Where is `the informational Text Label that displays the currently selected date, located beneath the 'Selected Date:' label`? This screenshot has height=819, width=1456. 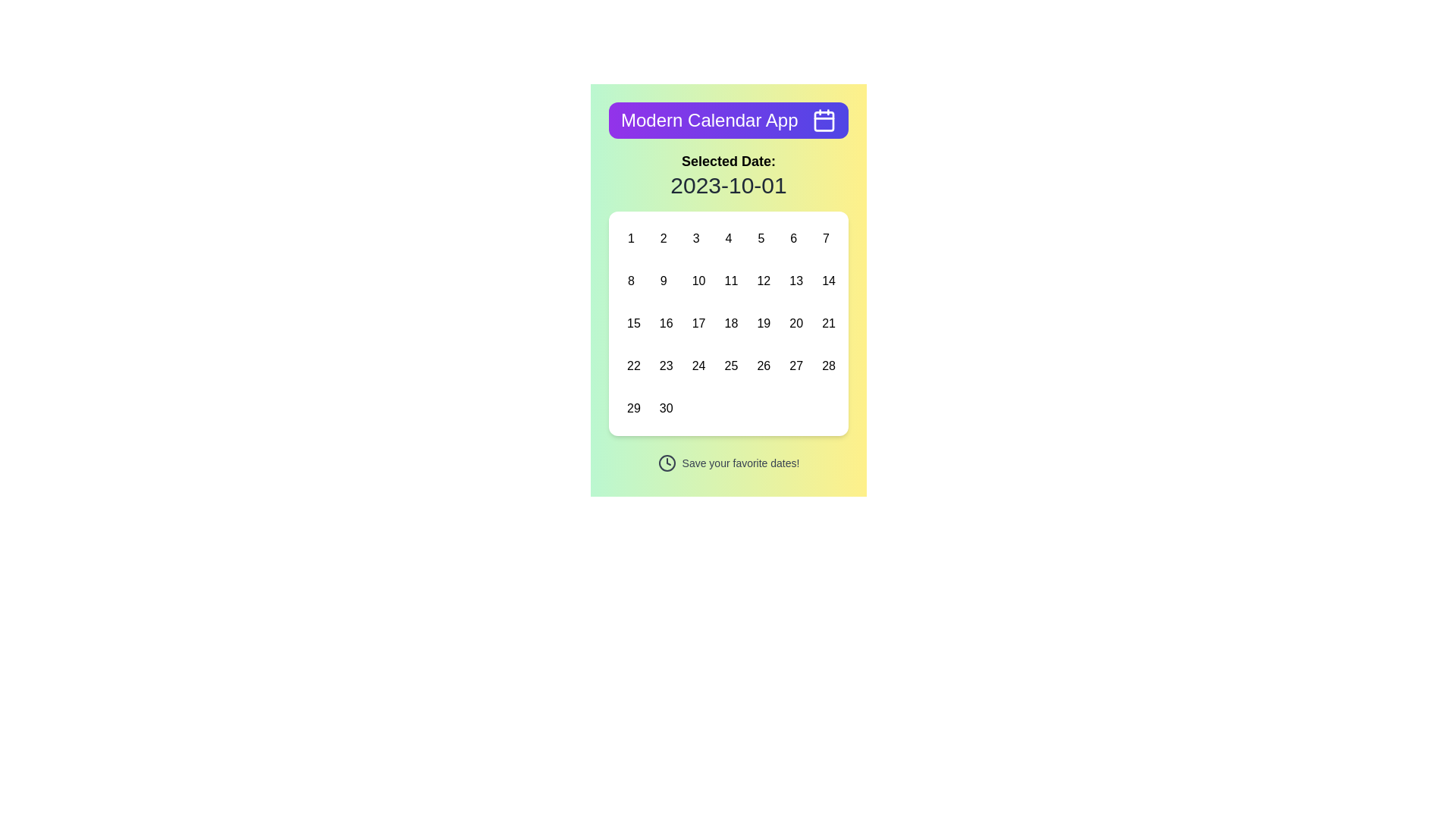
the informational Text Label that displays the currently selected date, located beneath the 'Selected Date:' label is located at coordinates (728, 184).